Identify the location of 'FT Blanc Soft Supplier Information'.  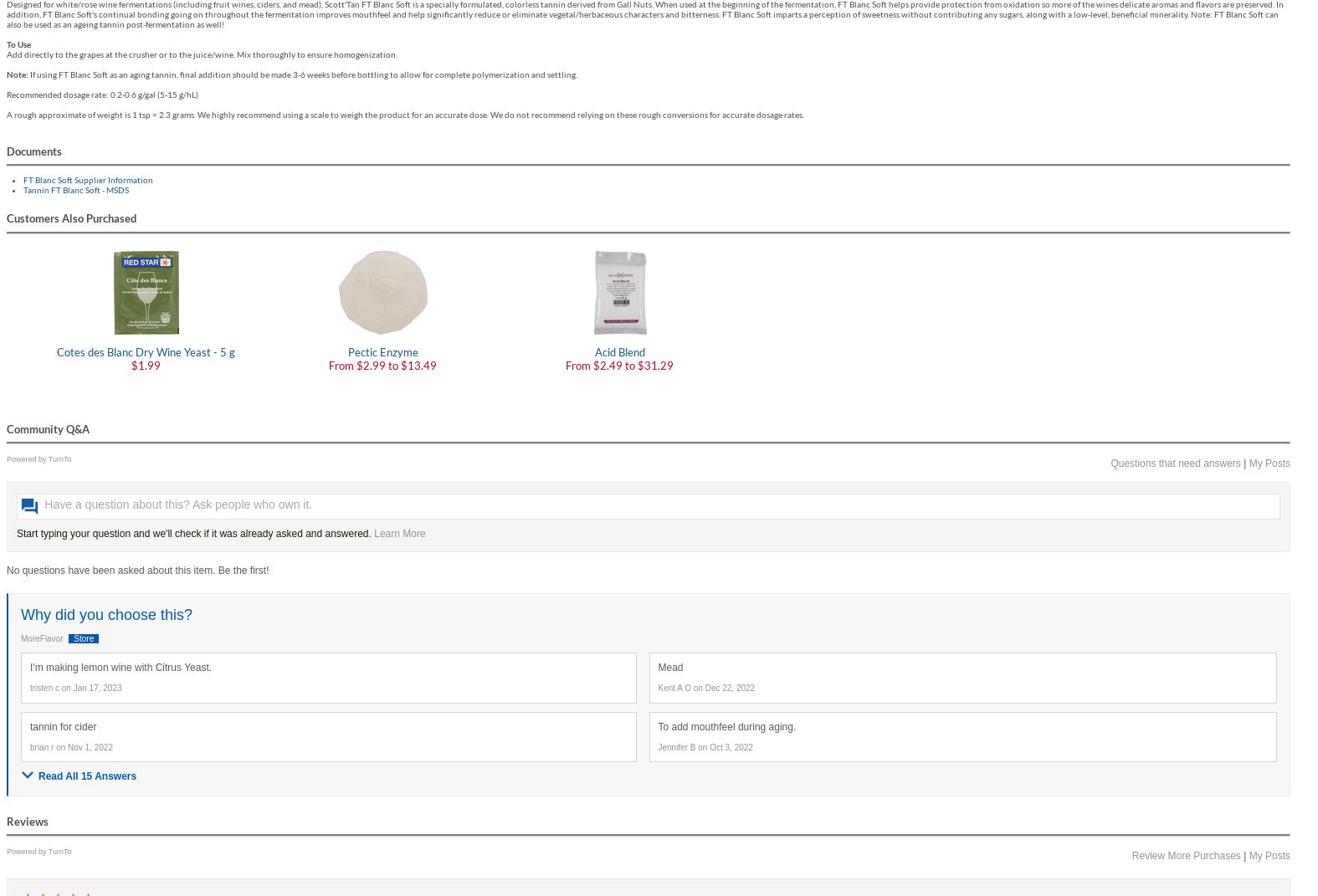
(87, 178).